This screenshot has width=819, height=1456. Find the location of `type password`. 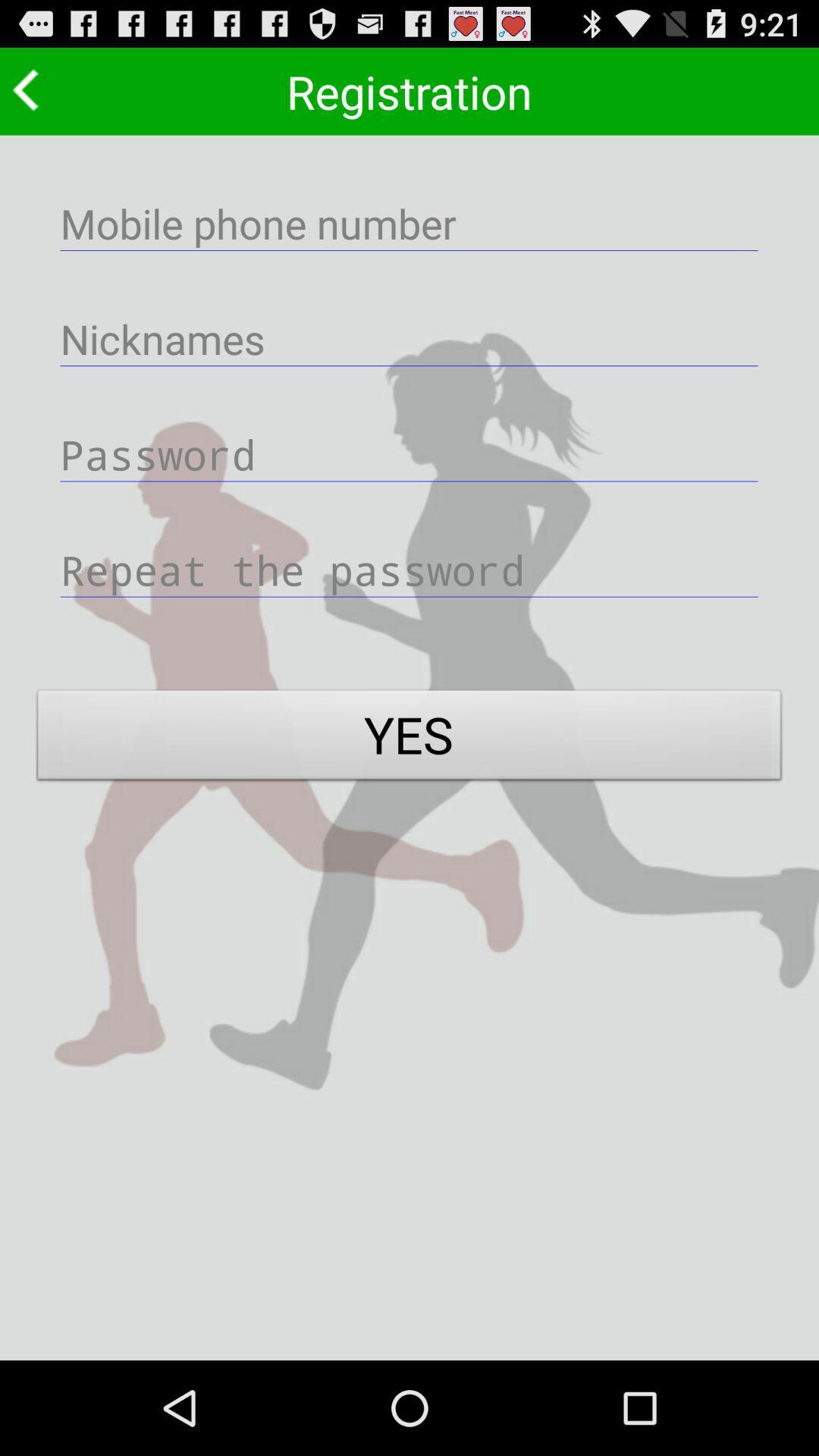

type password is located at coordinates (409, 453).